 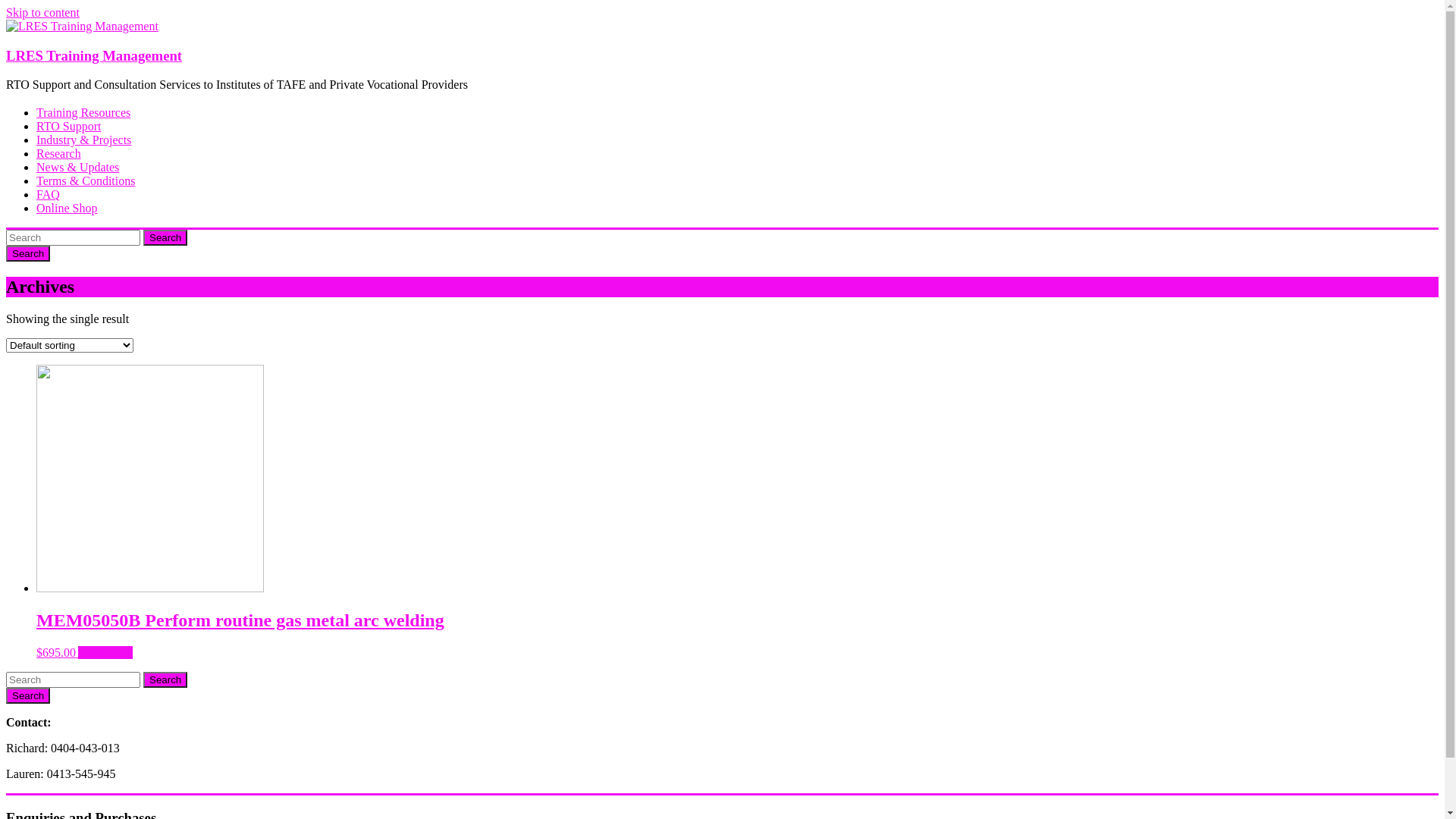 What do you see at coordinates (165, 679) in the screenshot?
I see `'Search'` at bounding box center [165, 679].